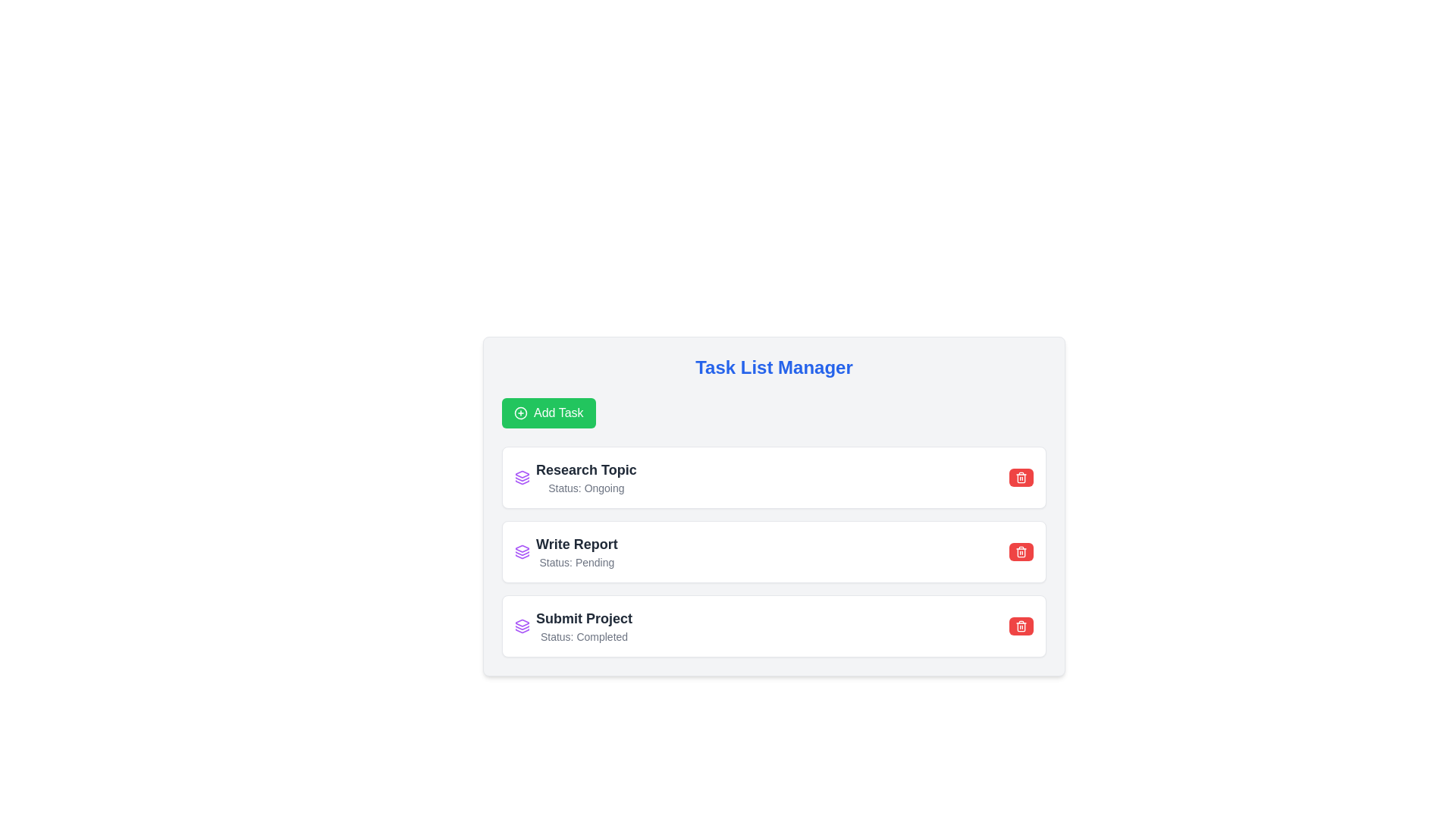  What do you see at coordinates (565, 552) in the screenshot?
I see `the task element titled 'Write Report' which displays its status as 'Pending'. This element is the second item in a vertical list within a task management interface` at bounding box center [565, 552].